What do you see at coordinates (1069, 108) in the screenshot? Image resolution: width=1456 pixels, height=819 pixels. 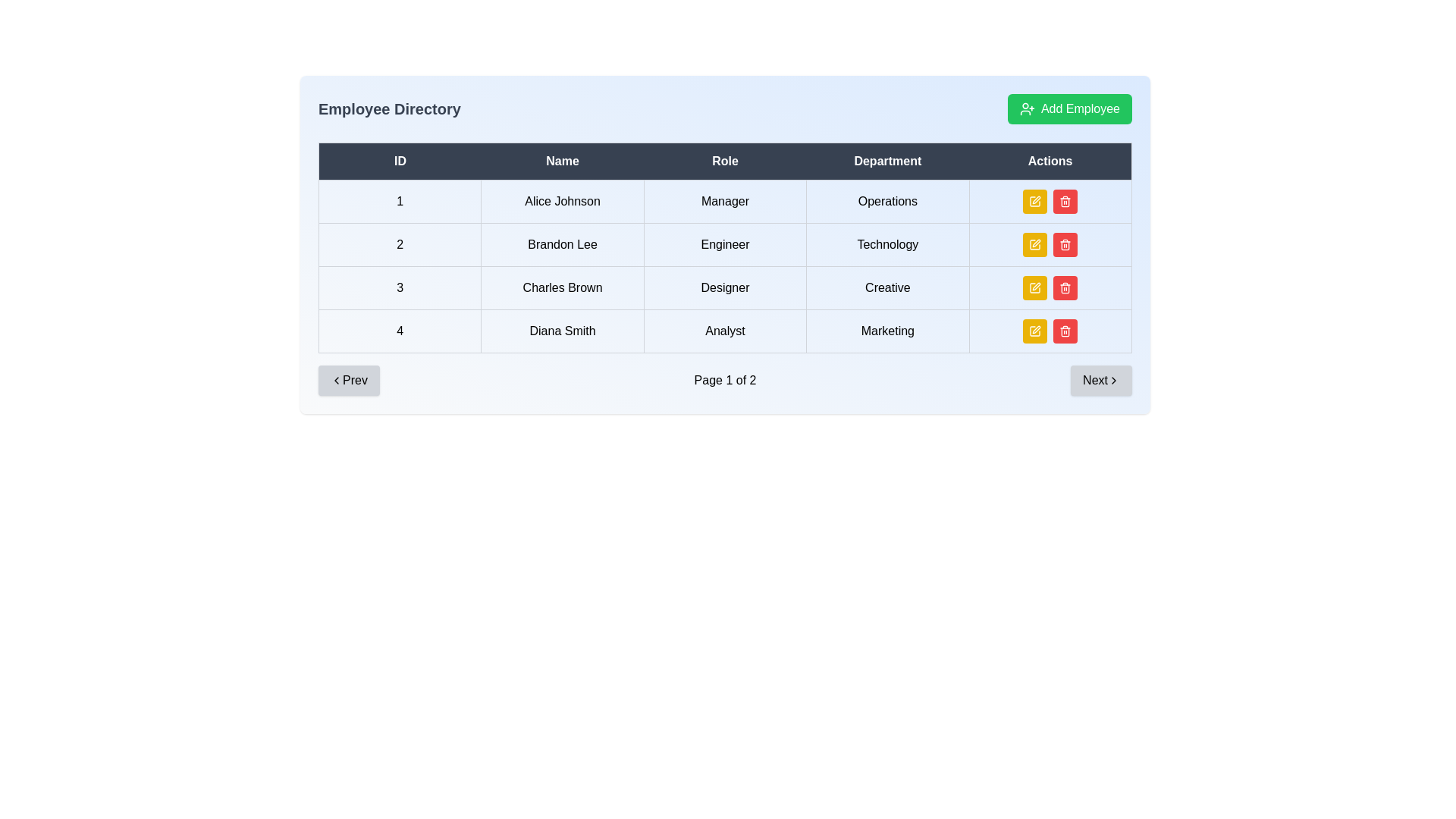 I see `the center of the 'Add Employee' button, which is a rectangular button with a green background and white text, located on the right side of the 'Employee Directory' header` at bounding box center [1069, 108].